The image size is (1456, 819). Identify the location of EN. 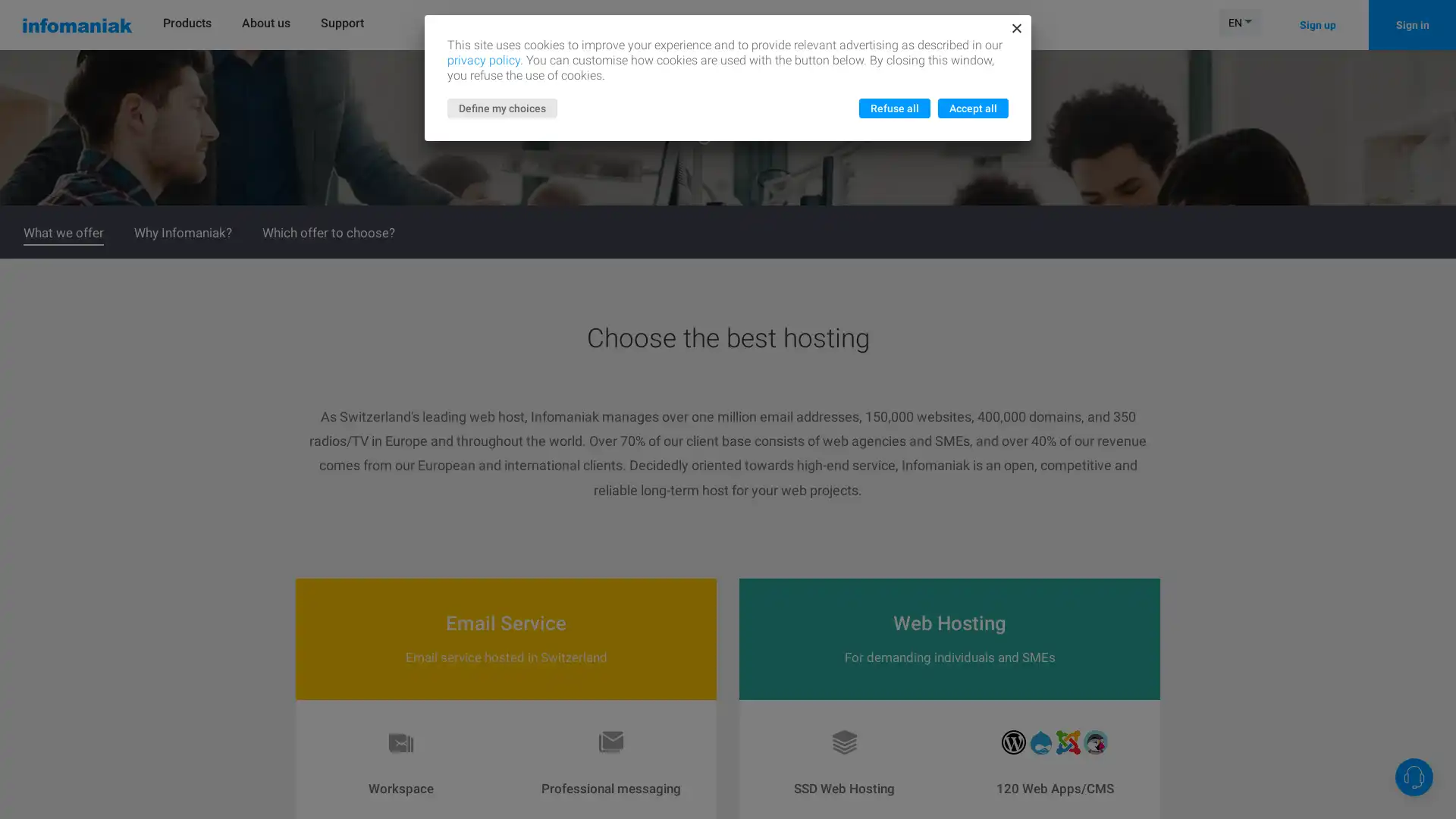
(1240, 22).